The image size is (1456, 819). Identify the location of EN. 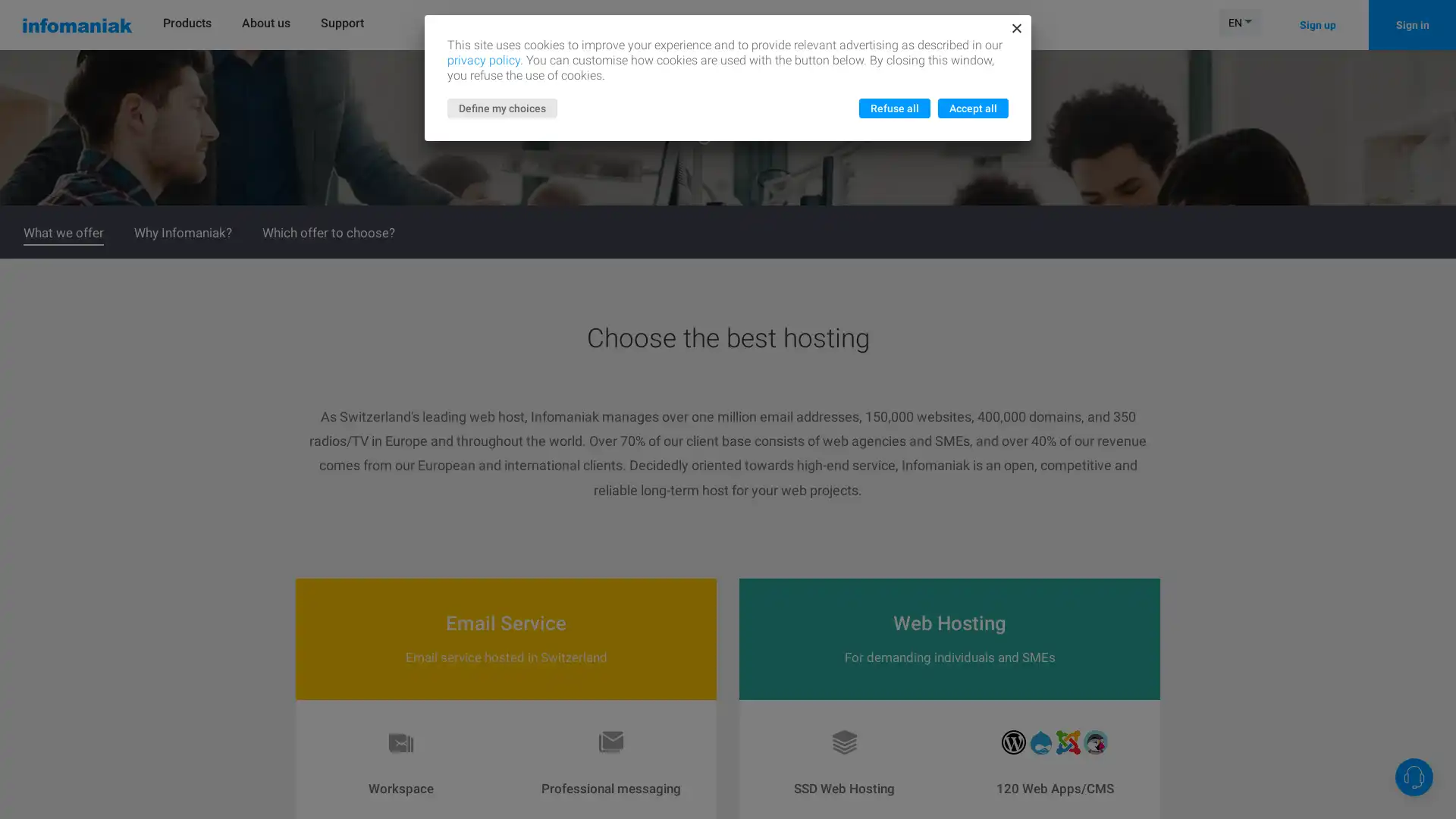
(1240, 22).